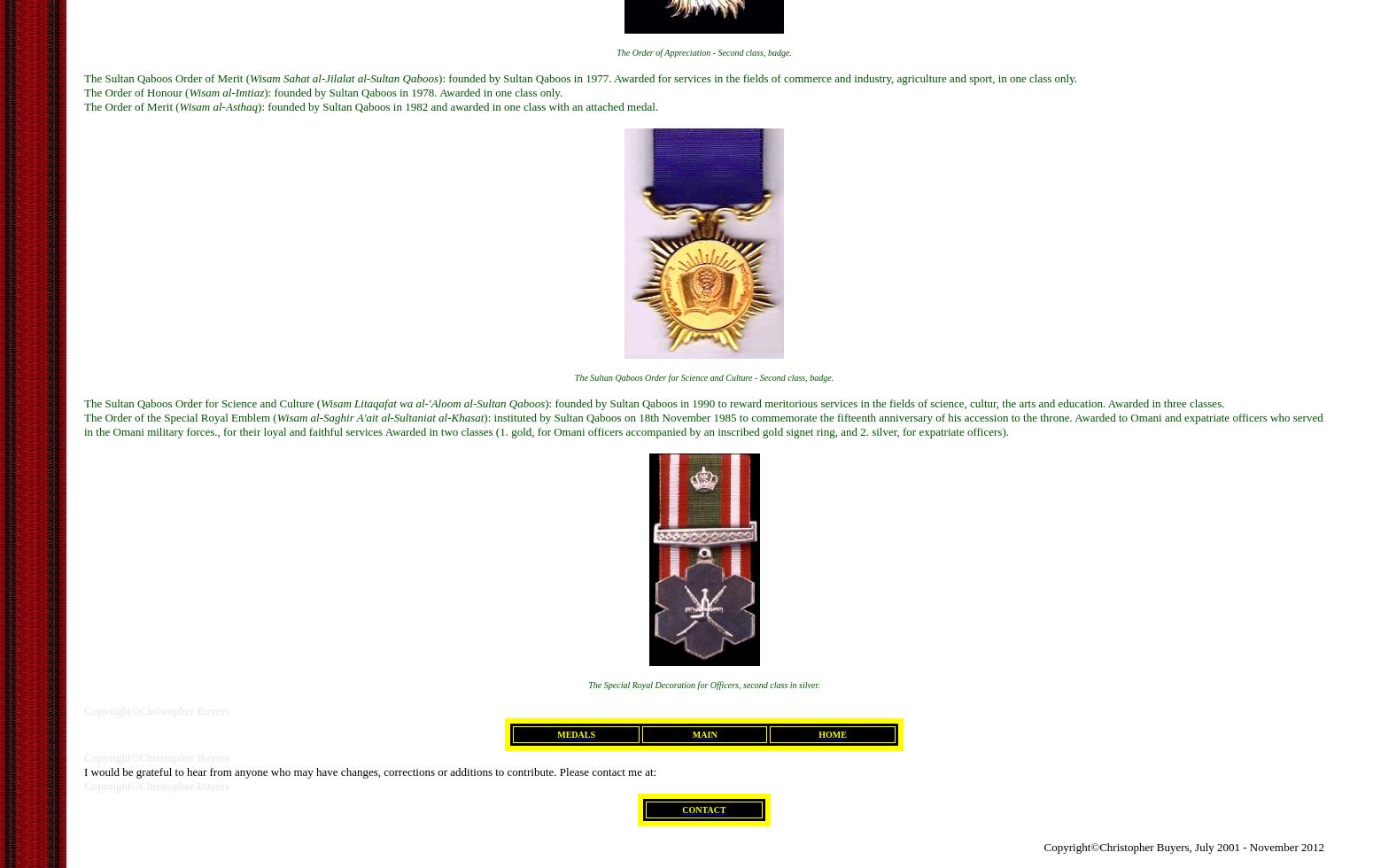  I want to click on '): founded by Sultan Qaboos in 1982 and awarded in one class with an attached medal.', so click(456, 105).